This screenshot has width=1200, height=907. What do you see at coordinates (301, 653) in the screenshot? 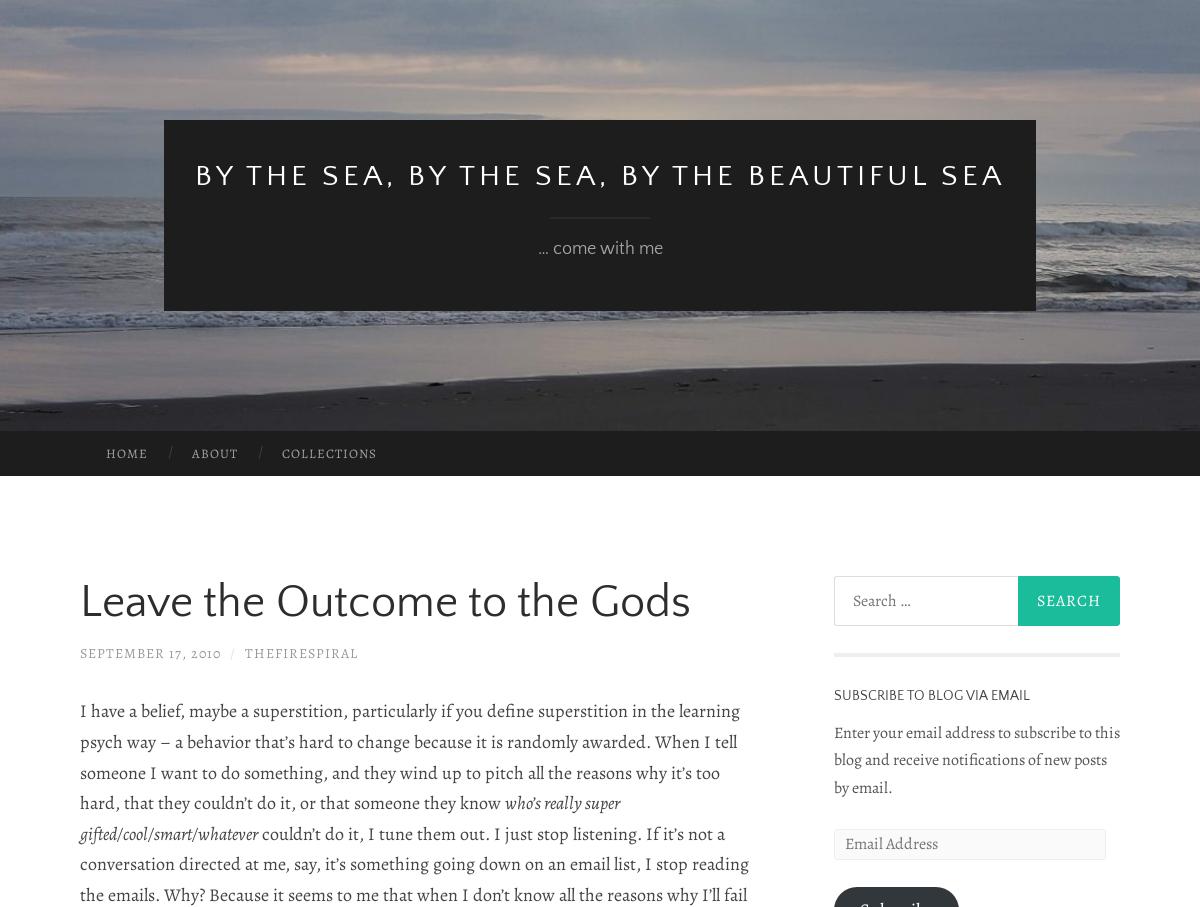
I see `'thefirespiral'` at bounding box center [301, 653].